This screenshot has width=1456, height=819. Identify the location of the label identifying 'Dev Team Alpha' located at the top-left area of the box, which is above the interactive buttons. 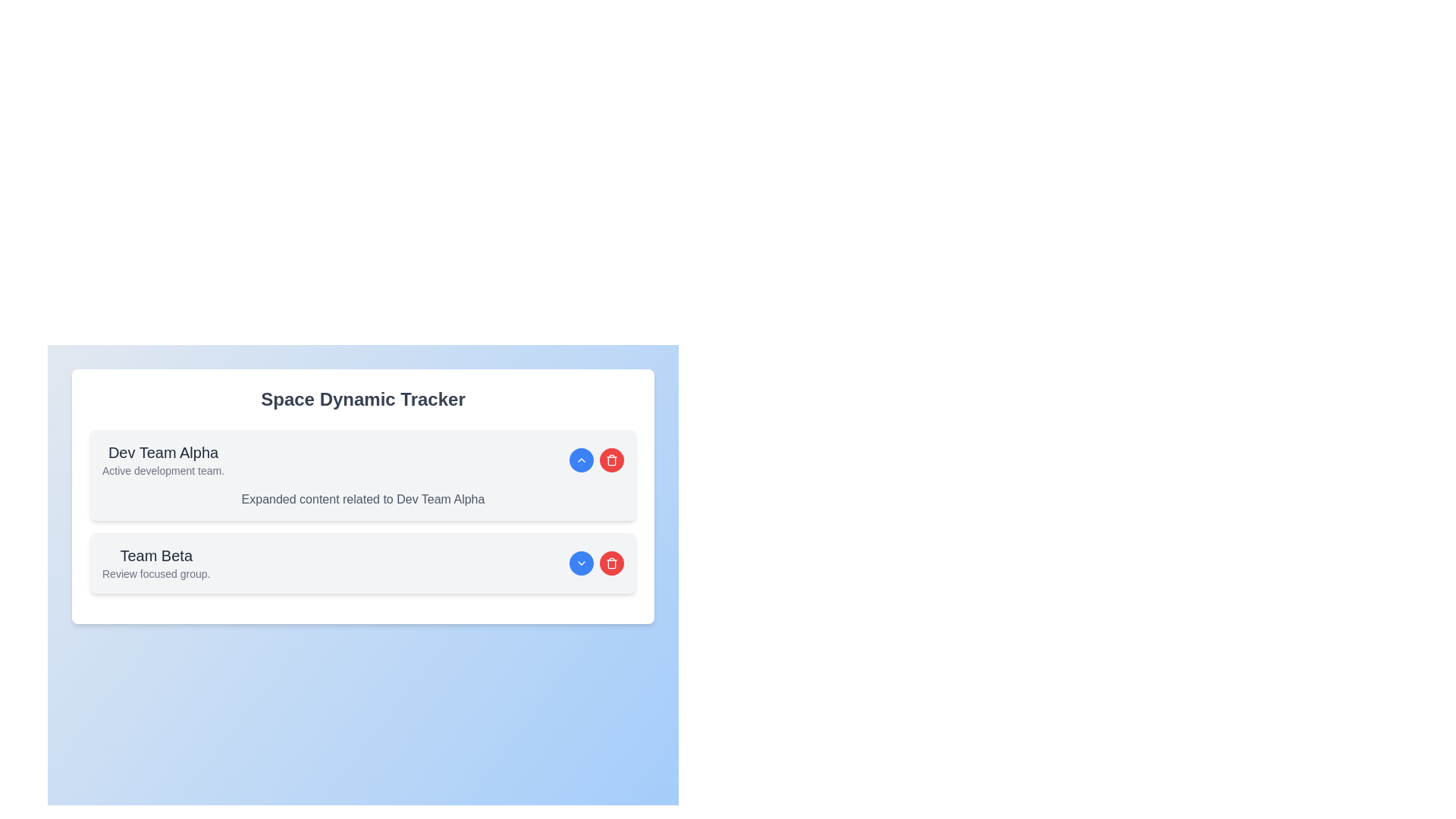
(163, 459).